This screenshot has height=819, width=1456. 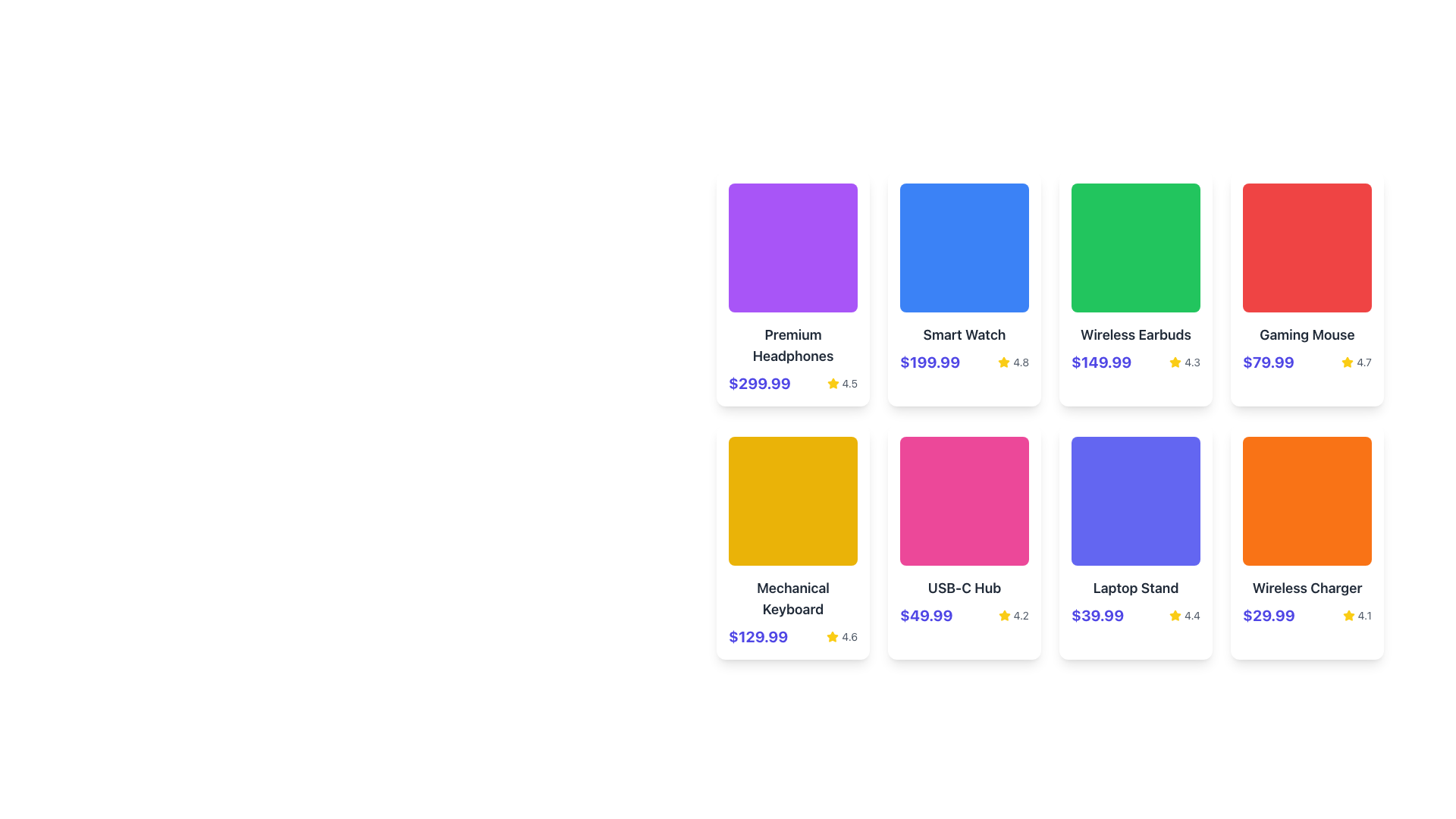 What do you see at coordinates (792, 541) in the screenshot?
I see `the product display card for the mechanical keyboard located in the second row, first column of the grid layout` at bounding box center [792, 541].